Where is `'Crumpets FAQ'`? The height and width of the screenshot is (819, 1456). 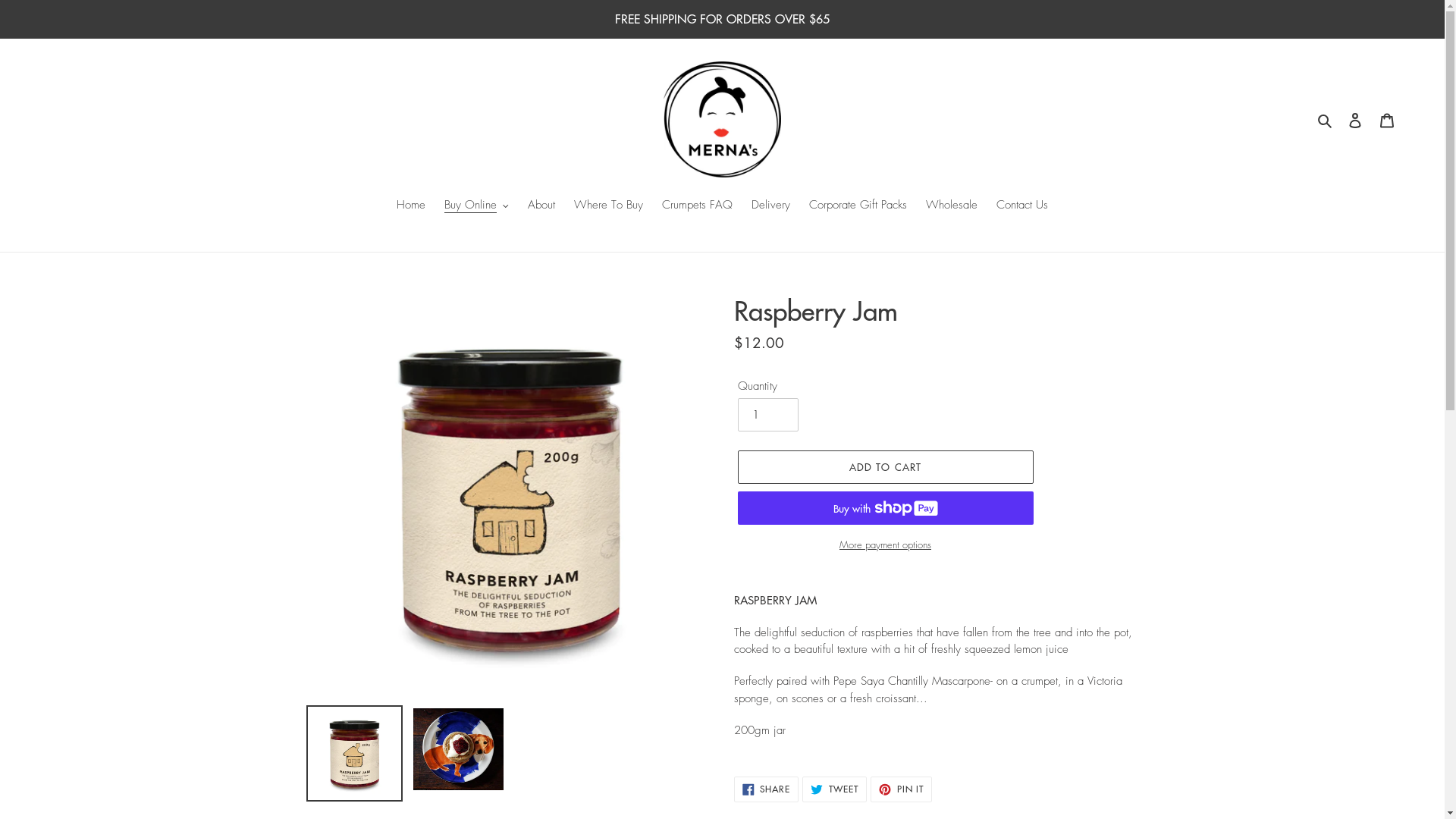 'Crumpets FAQ' is located at coordinates (696, 206).